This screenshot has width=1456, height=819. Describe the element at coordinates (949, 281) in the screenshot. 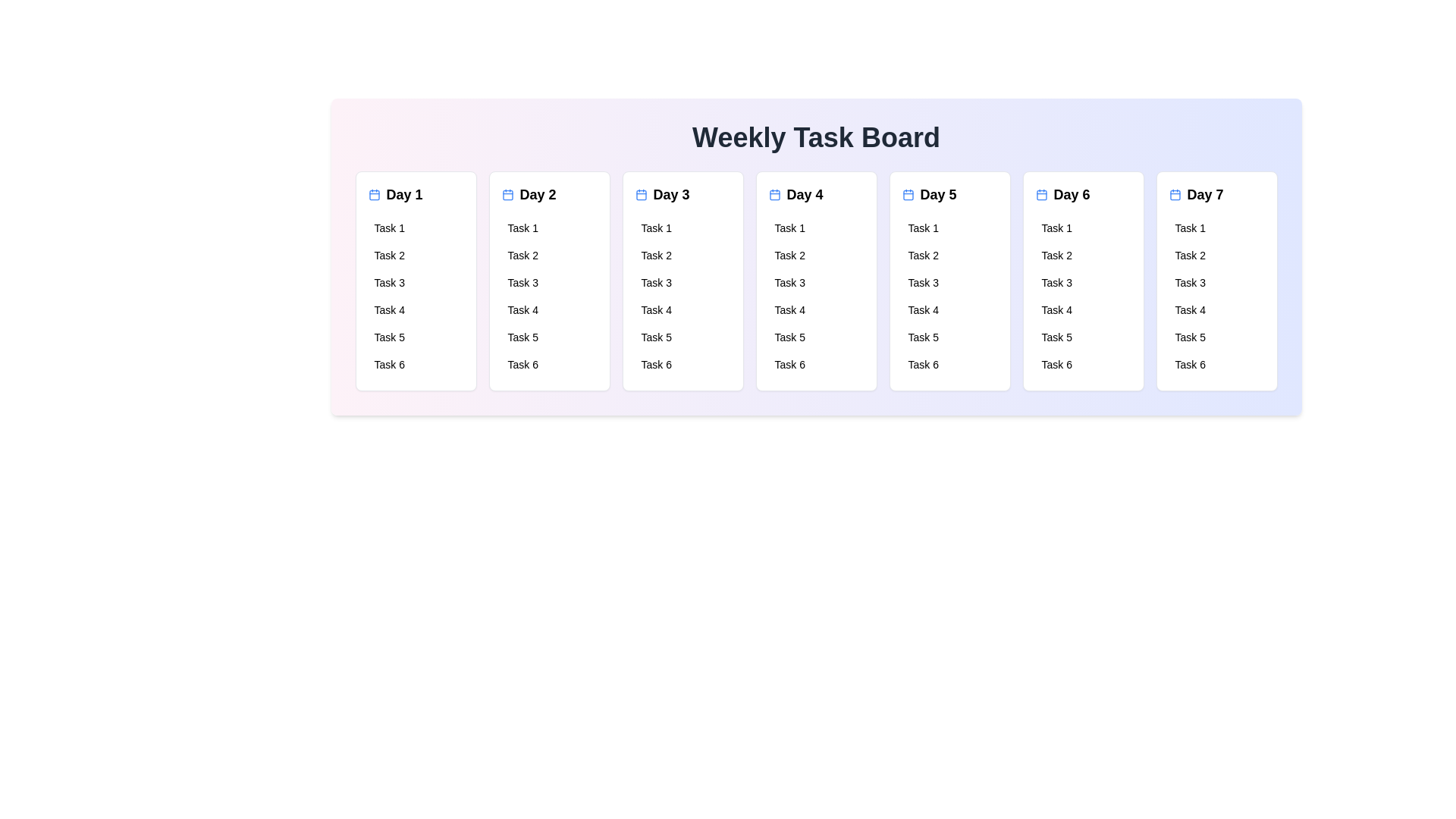

I see `the tasks for Day 5 by interacting with the corresponding day card` at that location.